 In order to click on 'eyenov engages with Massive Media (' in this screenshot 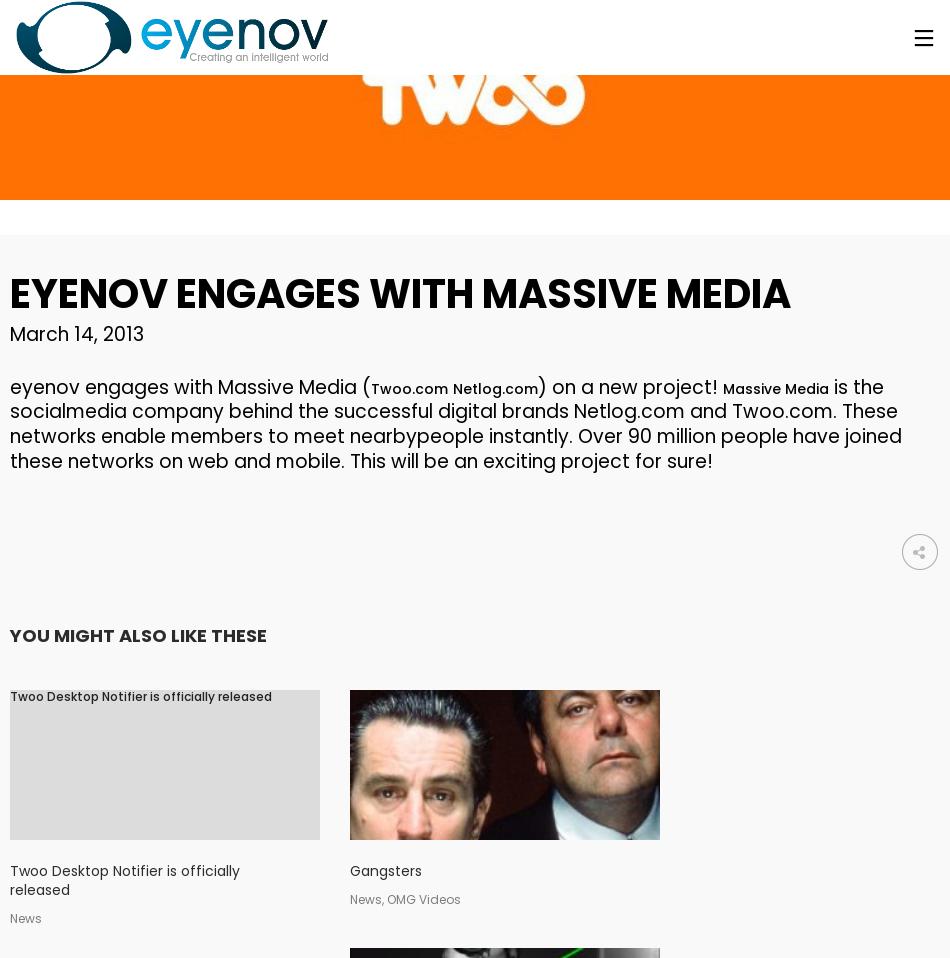, I will do `click(190, 385)`.